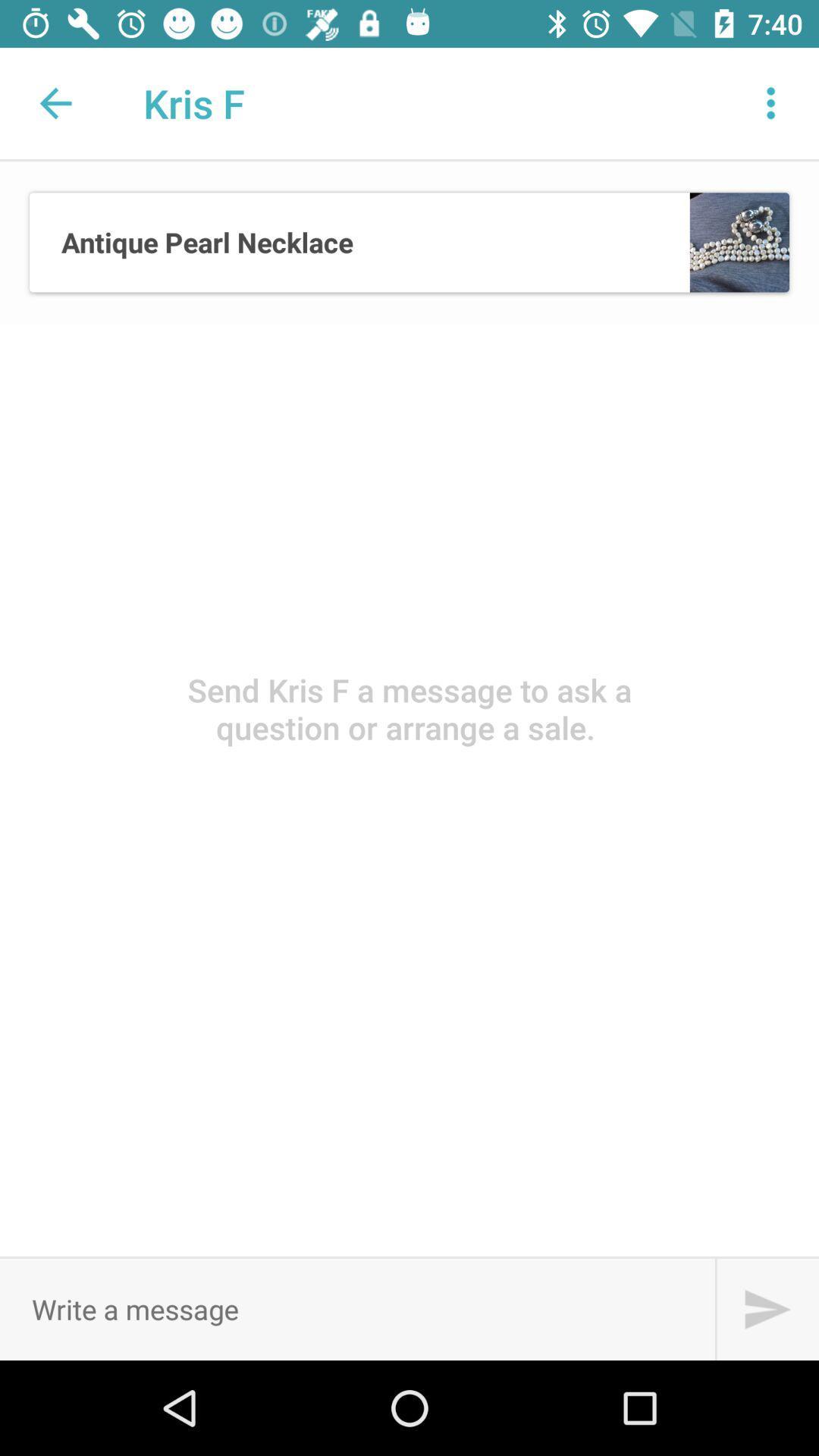 This screenshot has height=1456, width=819. What do you see at coordinates (357, 1308) in the screenshot?
I see `typeing box` at bounding box center [357, 1308].